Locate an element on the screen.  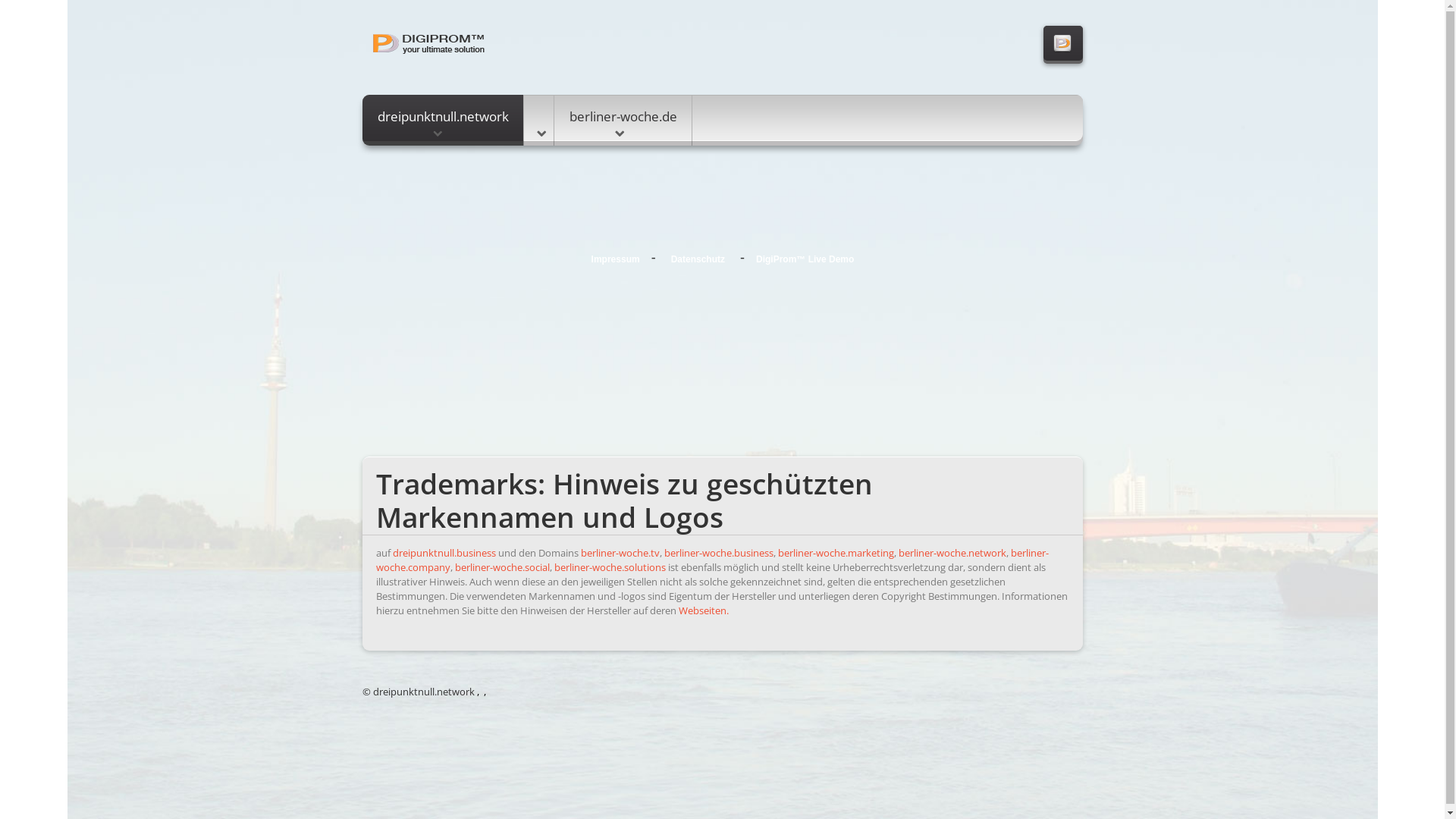
'dreipunktnull.network' is located at coordinates (442, 119).